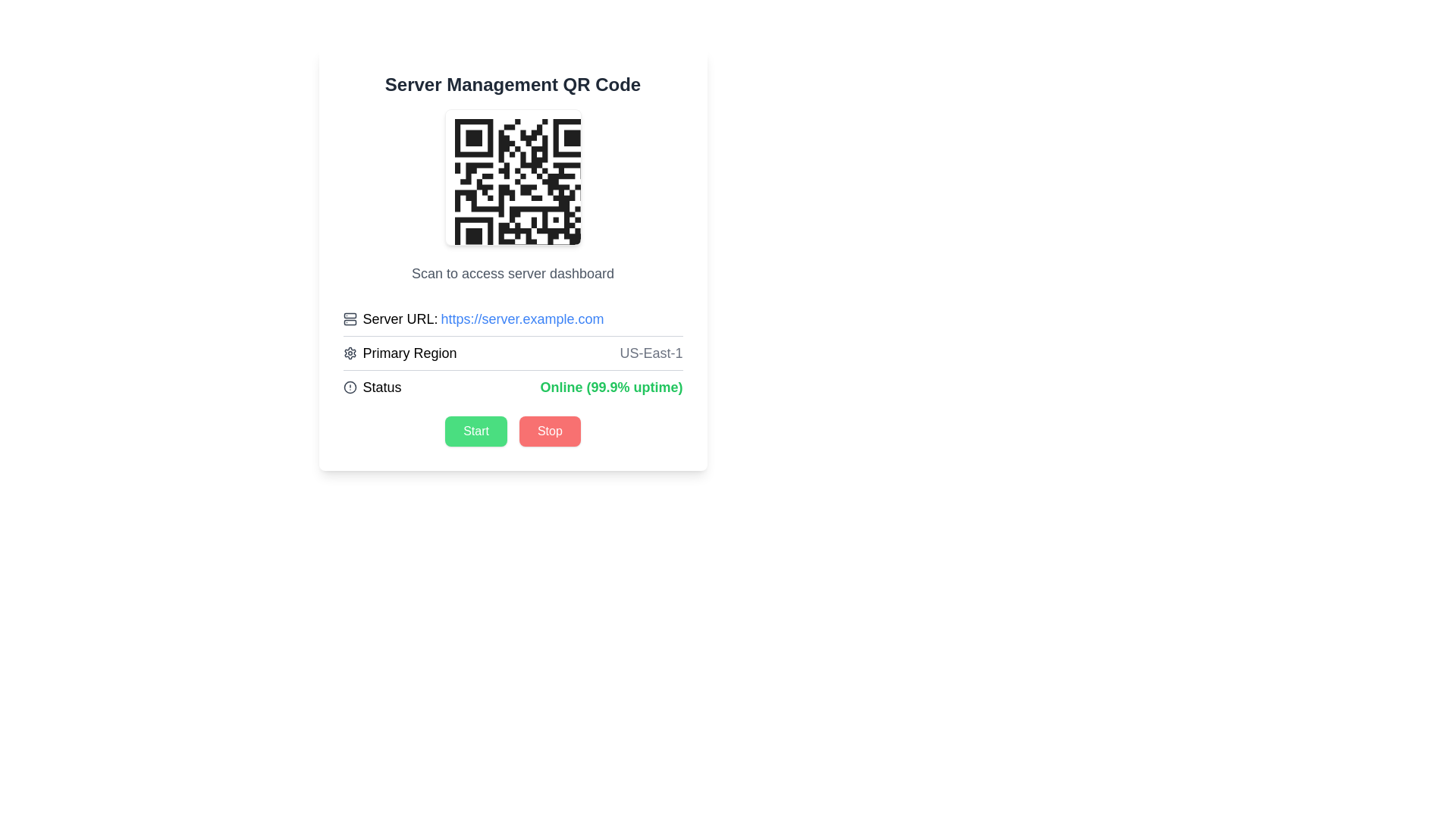 This screenshot has width=1456, height=819. I want to click on the gear icon located to the left of the 'Primary Region' label in the 'Server Management QR Code' section, so click(349, 353).